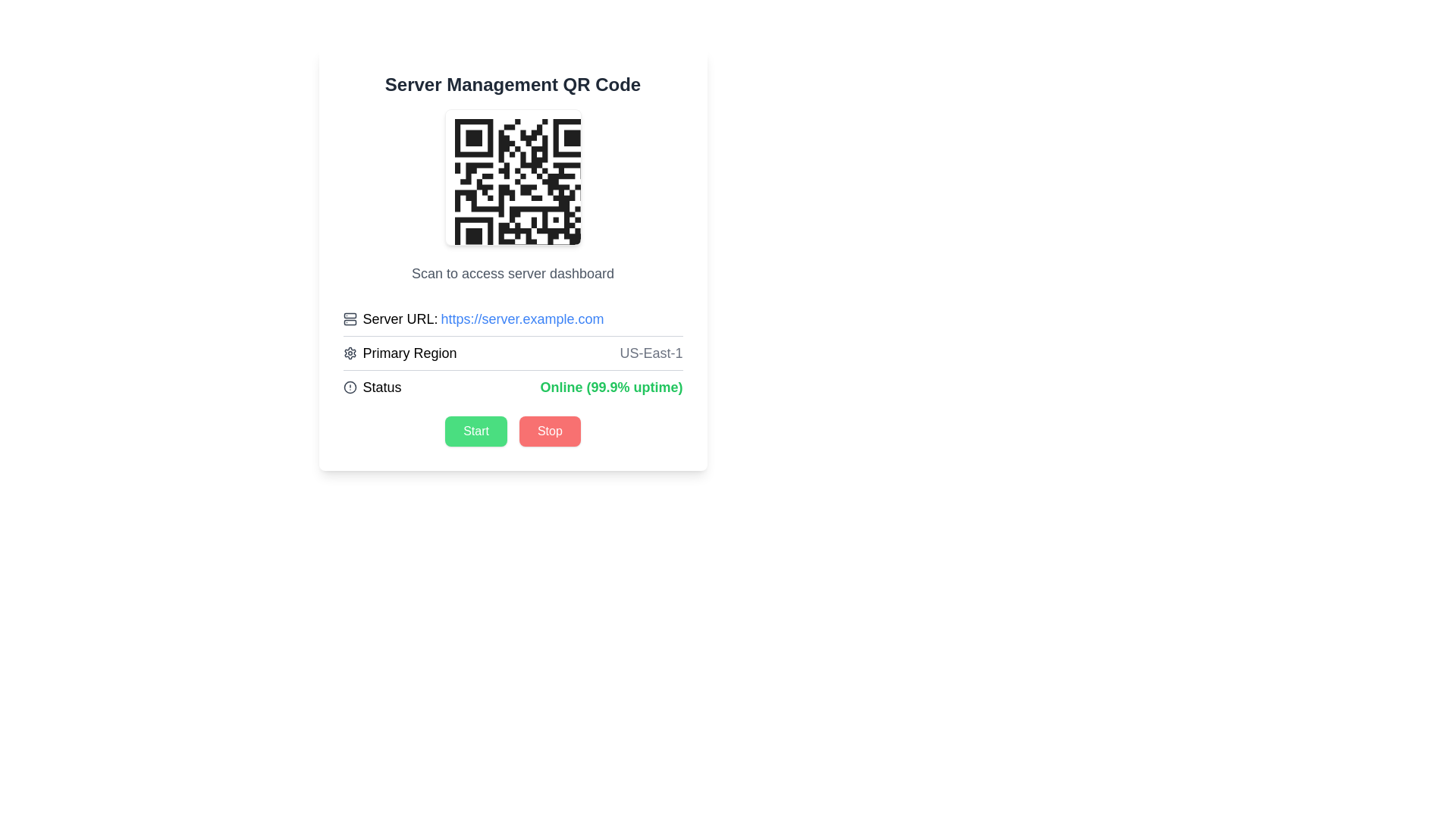 This screenshot has width=1456, height=819. I want to click on the gear icon located to the left of the 'Primary Region' label in the 'Server Management QR Code' section, so click(349, 353).